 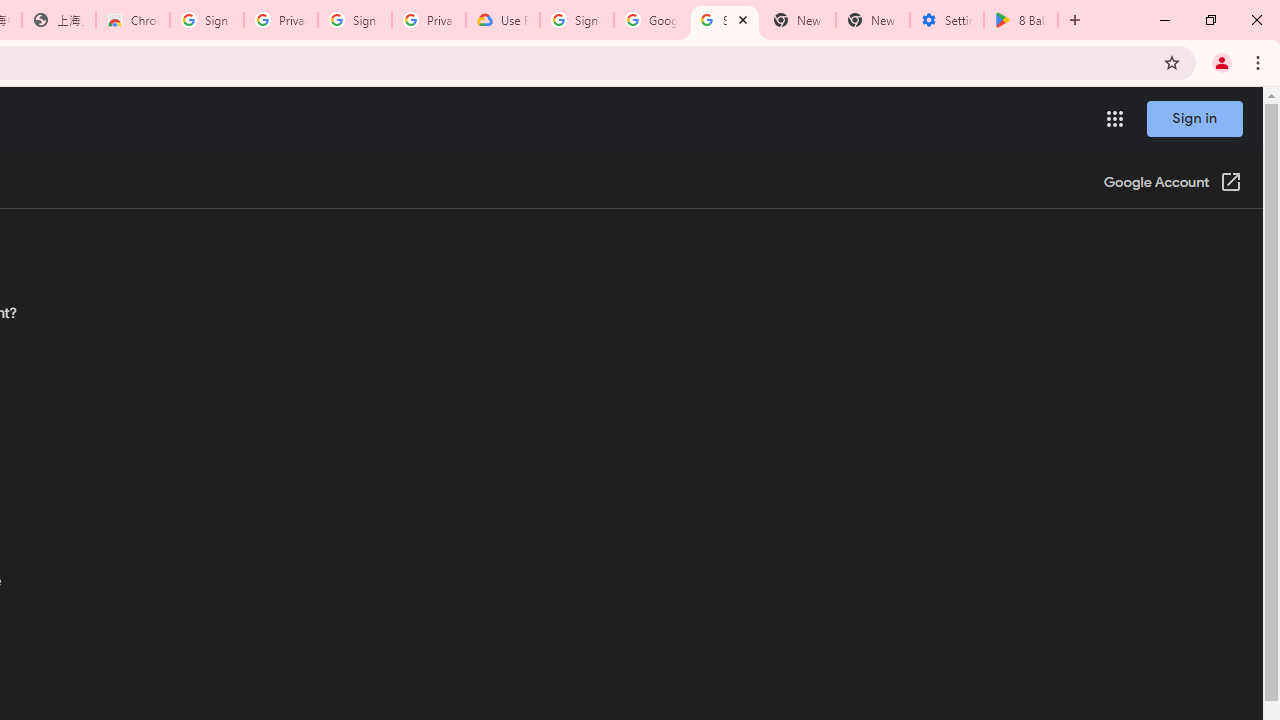 I want to click on '8 Ball Pool - Apps on Google Play', so click(x=1021, y=20).